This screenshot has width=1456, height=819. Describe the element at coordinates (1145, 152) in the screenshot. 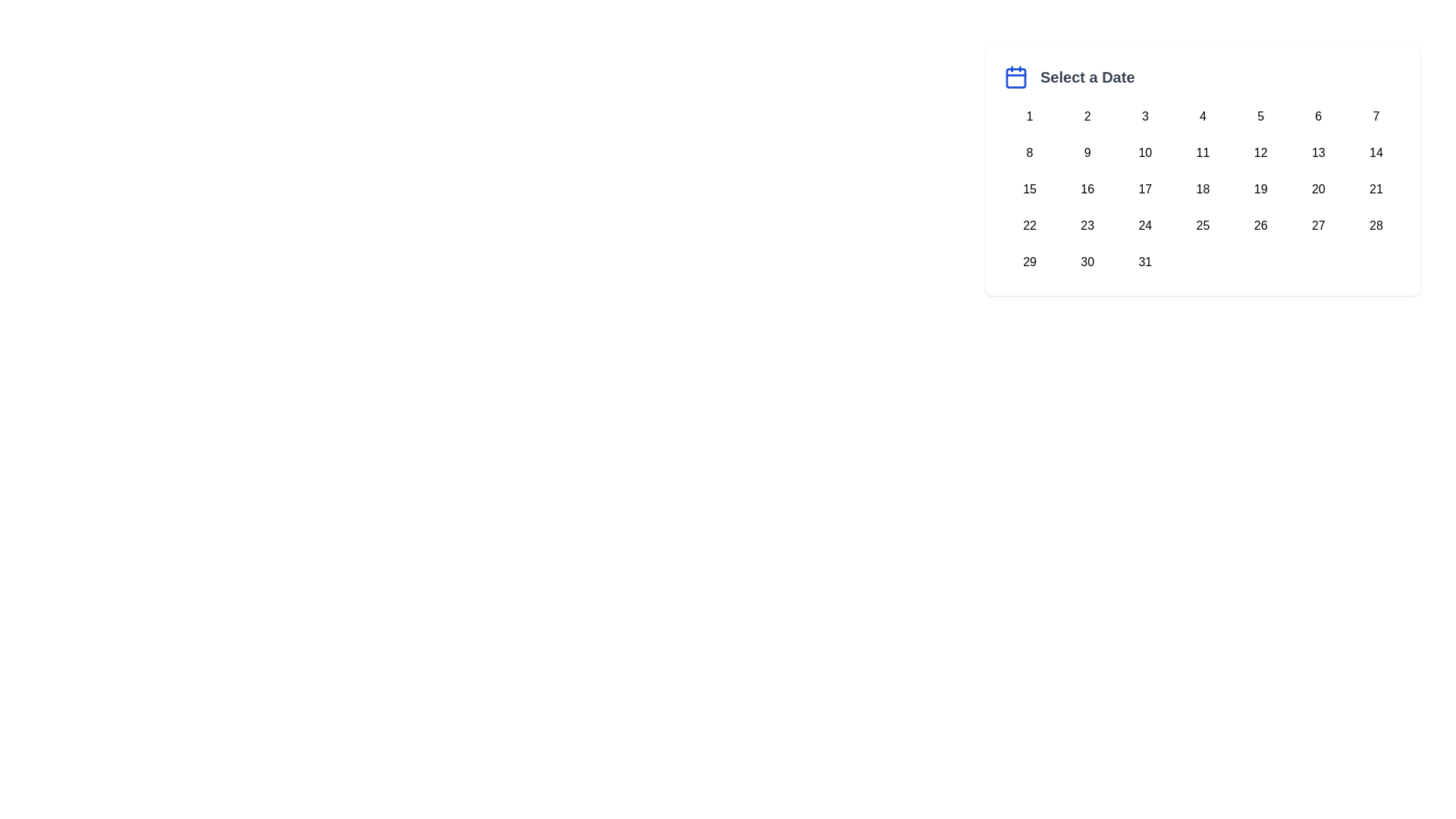

I see `the selectable day button representing the 10th day of the month in the calendar interface` at that location.